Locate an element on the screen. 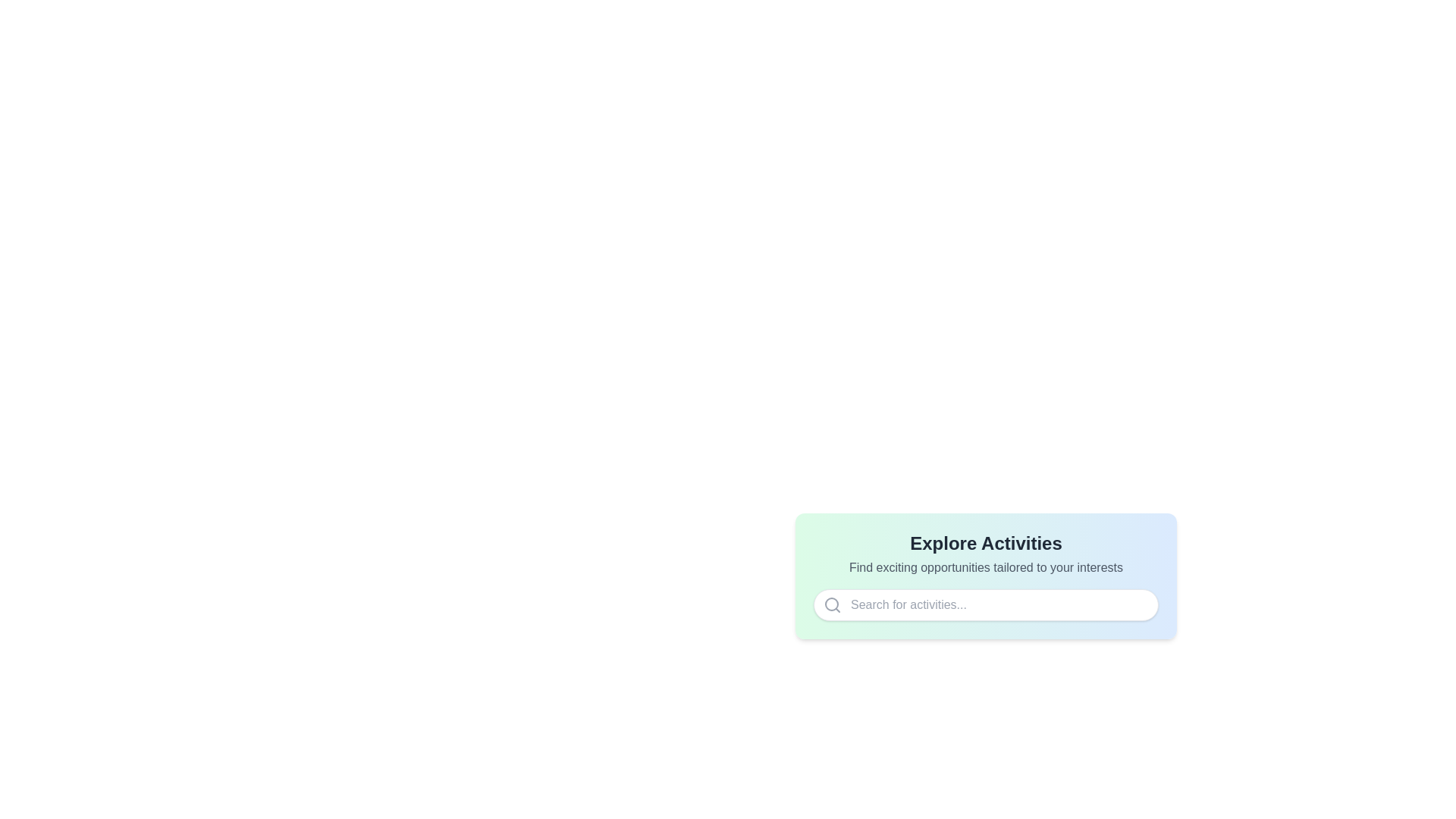  the circular handle of the magnifying glass icon, which is positioned to the left of the search bar text input field is located at coordinates (831, 604).